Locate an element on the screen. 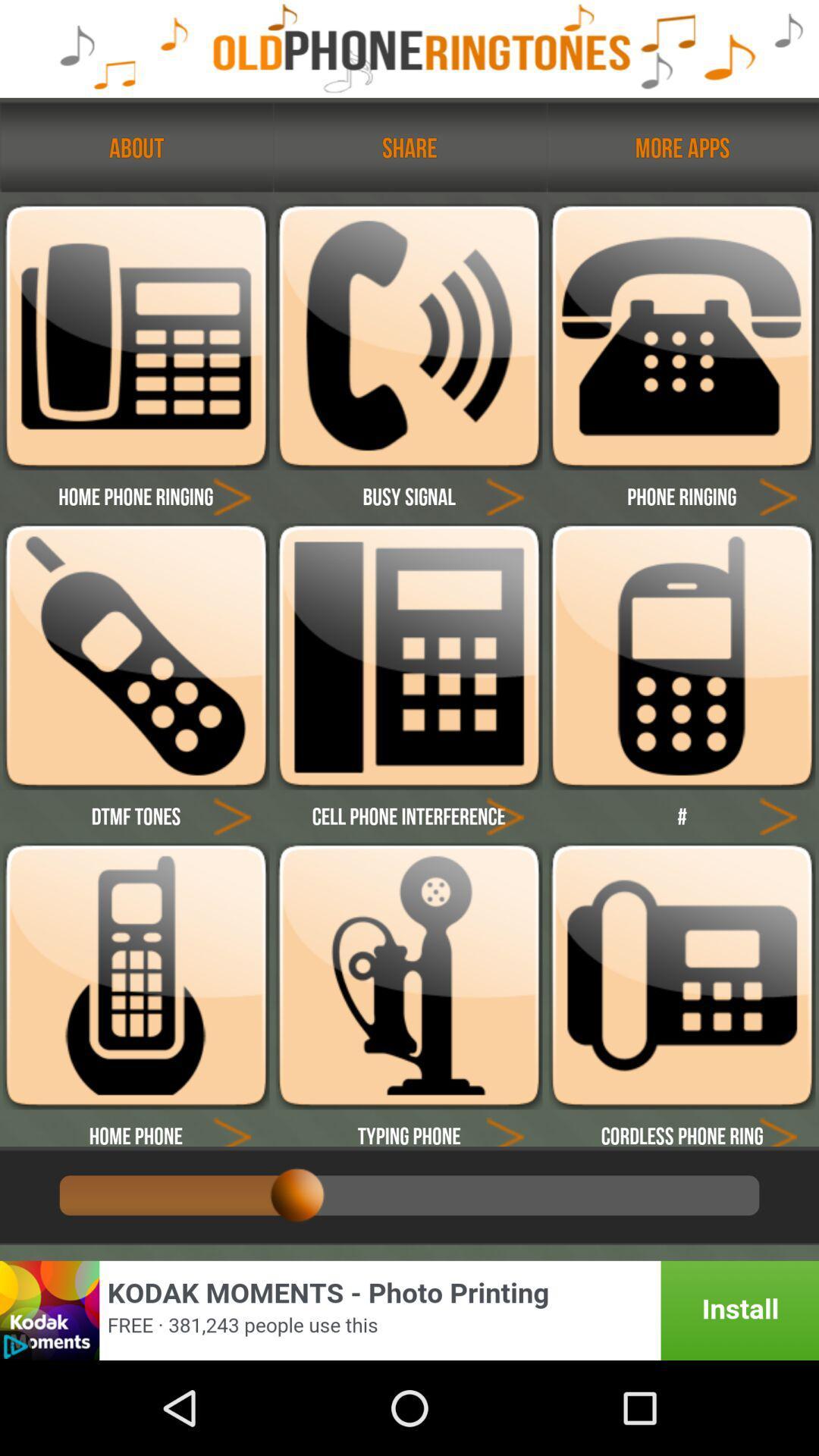  home phone is located at coordinates (135, 976).